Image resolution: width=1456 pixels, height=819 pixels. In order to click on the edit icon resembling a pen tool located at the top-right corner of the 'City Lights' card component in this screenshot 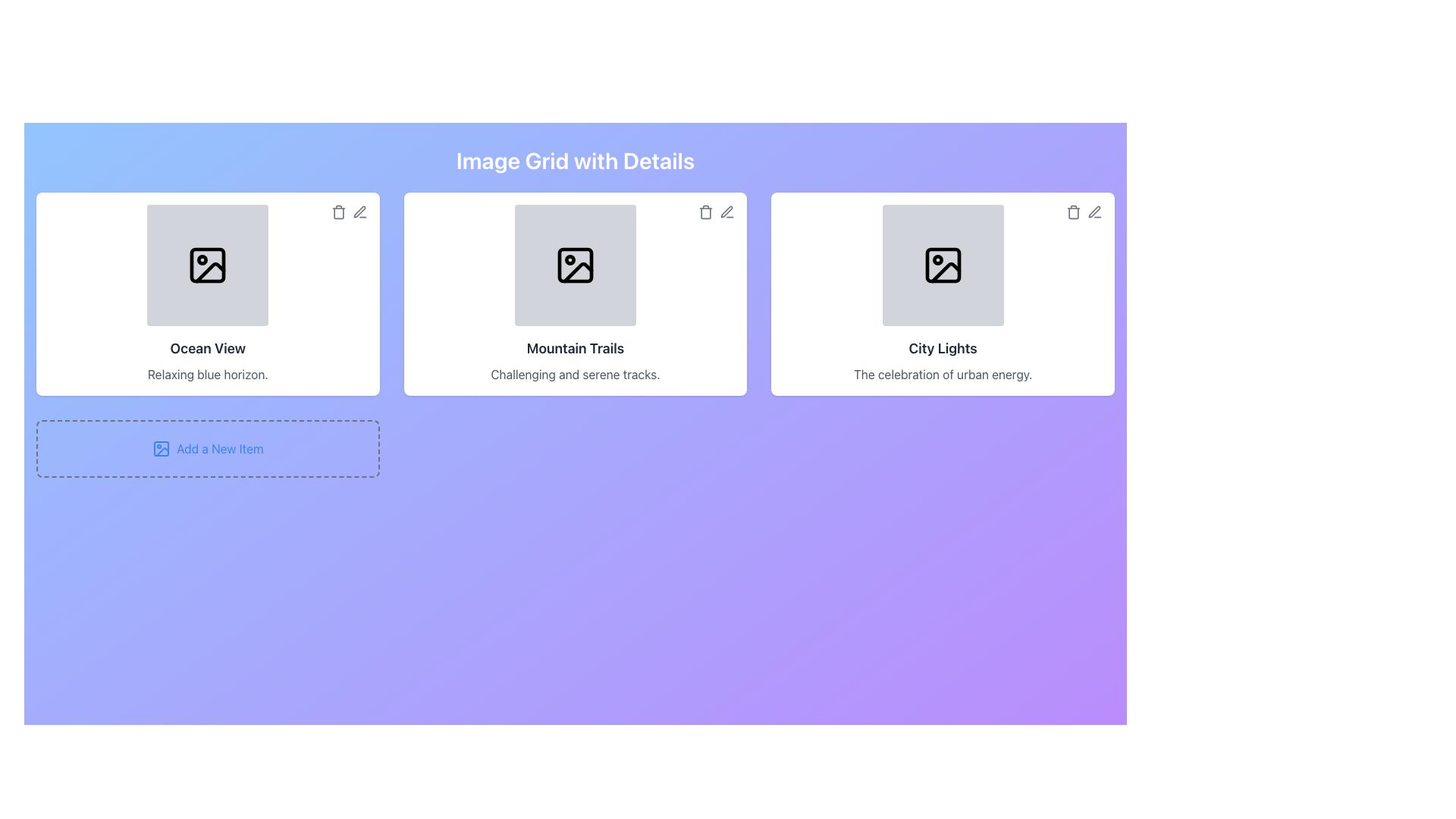, I will do `click(1095, 212)`.